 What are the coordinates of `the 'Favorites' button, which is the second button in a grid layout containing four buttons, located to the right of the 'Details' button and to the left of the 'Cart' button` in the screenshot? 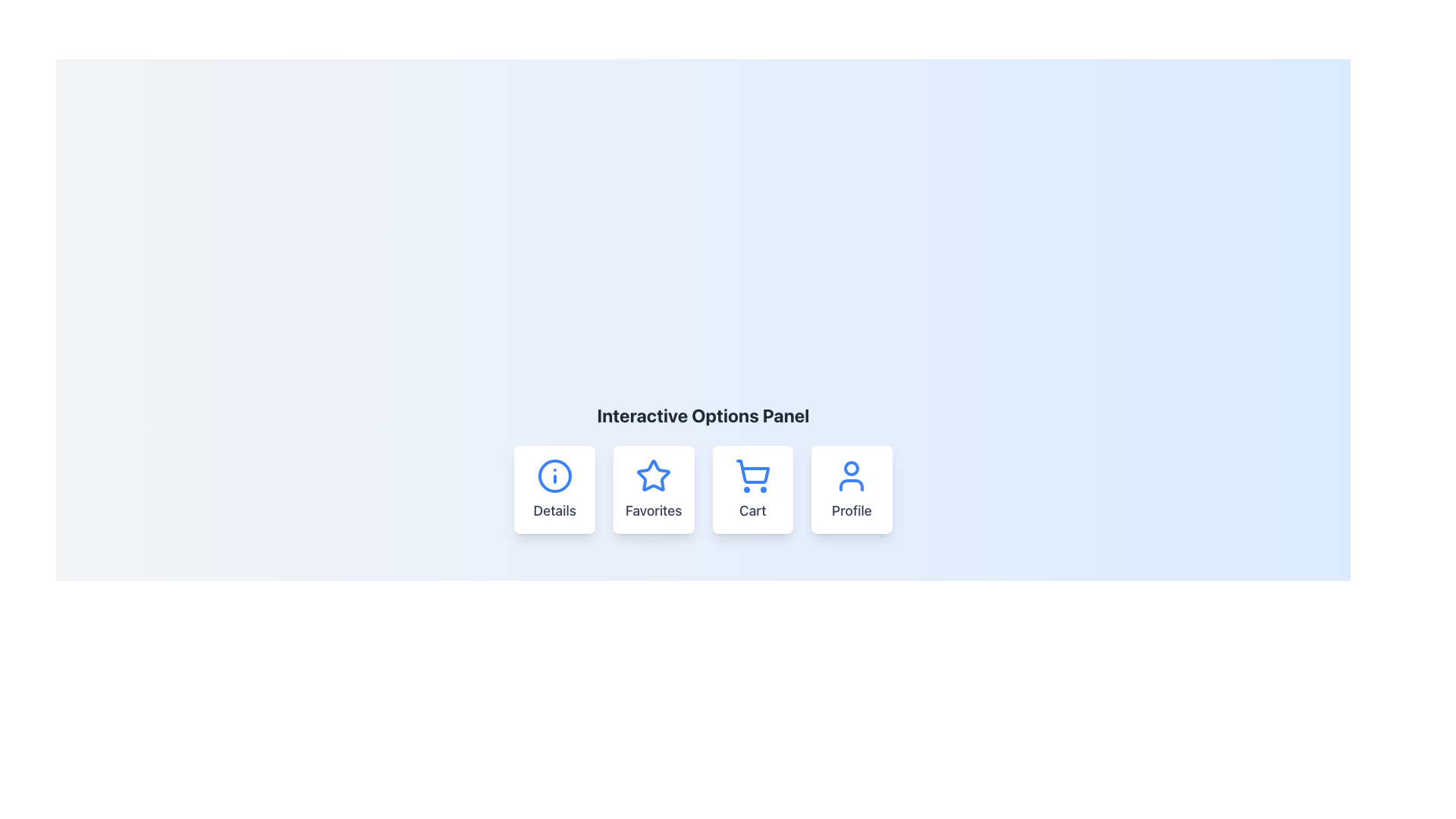 It's located at (654, 489).